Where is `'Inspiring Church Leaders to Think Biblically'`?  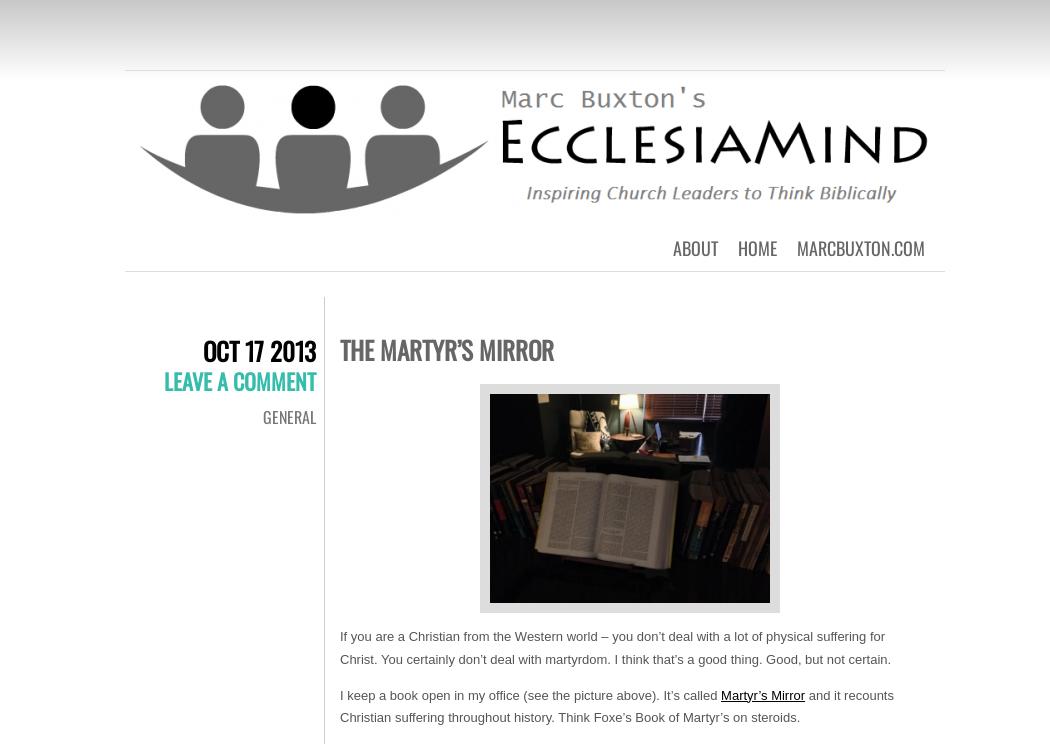 'Inspiring Church Leaders to Think Biblically' is located at coordinates (667, 83).